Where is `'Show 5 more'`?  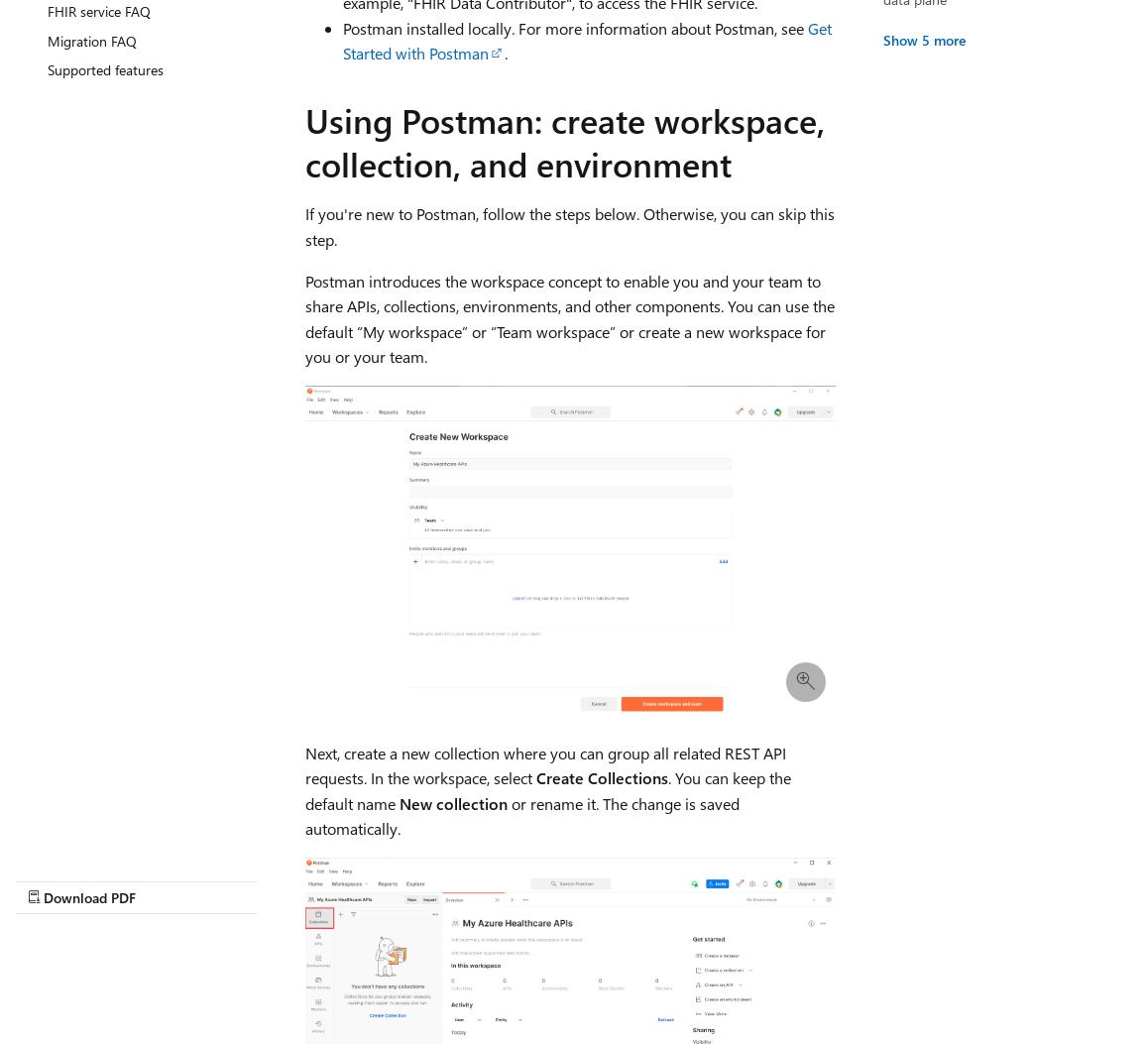
'Show 5 more' is located at coordinates (922, 39).